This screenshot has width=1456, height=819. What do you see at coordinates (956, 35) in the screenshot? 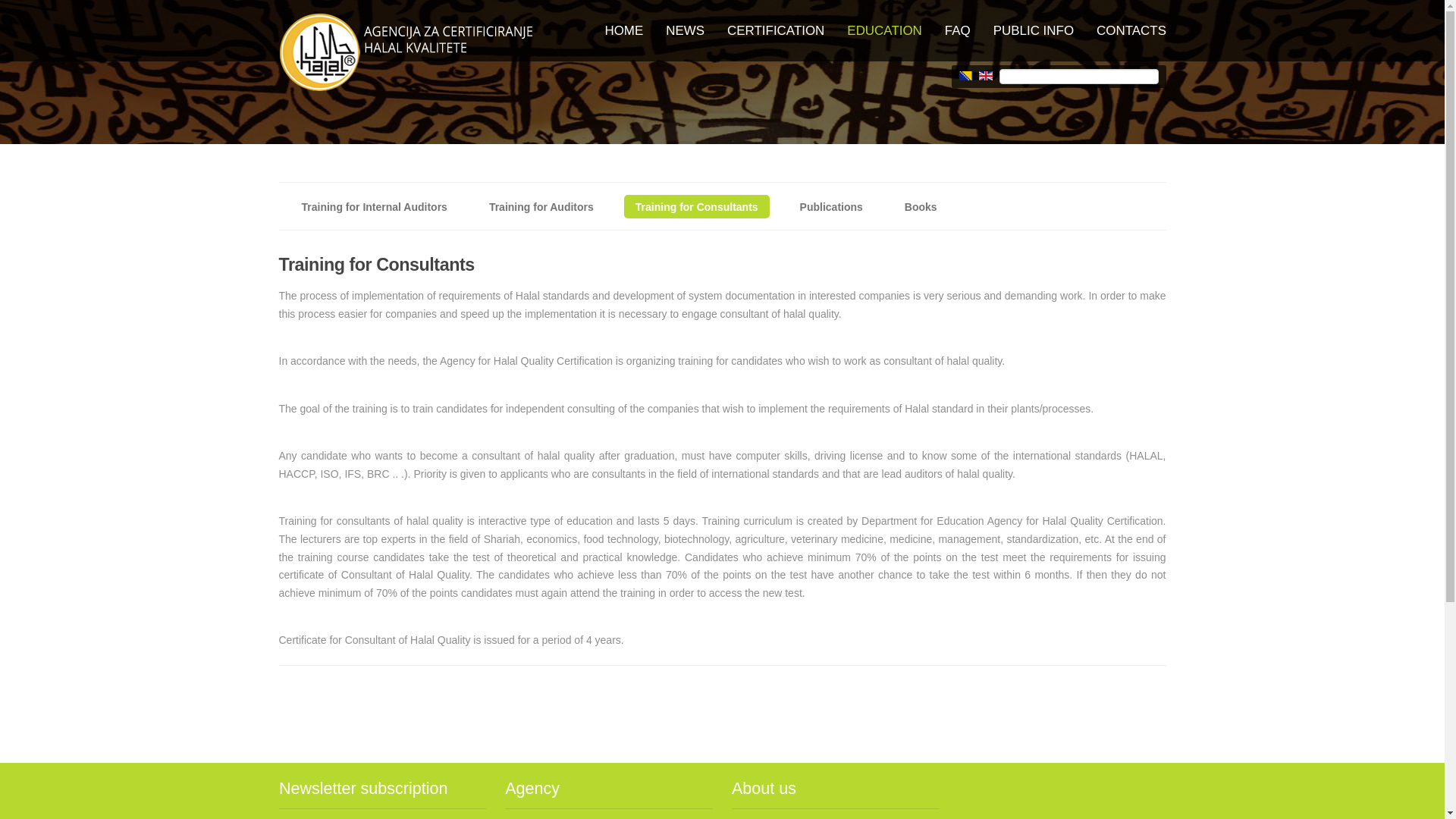
I see `'FAQ'` at bounding box center [956, 35].